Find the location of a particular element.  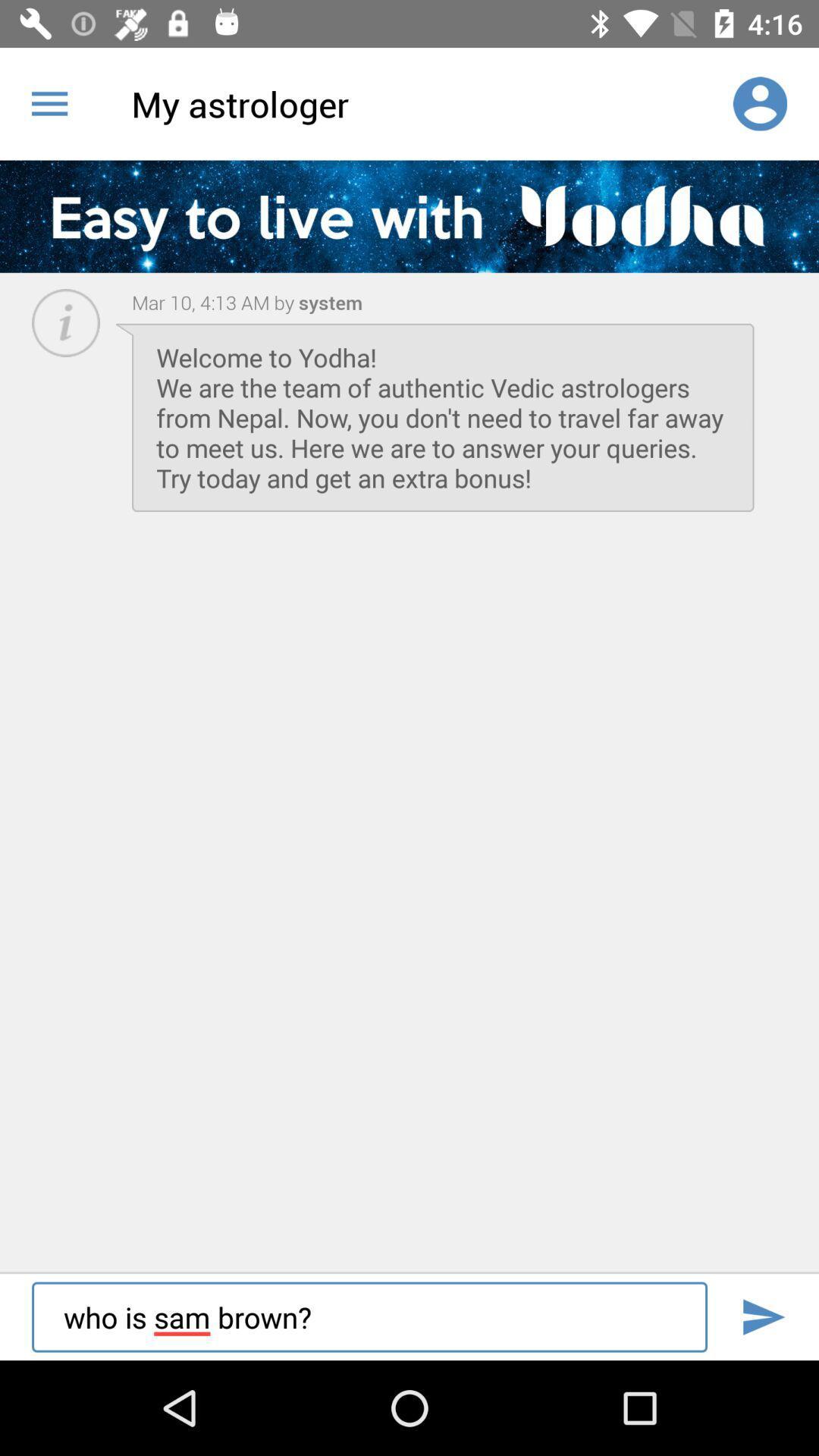

send reply is located at coordinates (763, 1316).